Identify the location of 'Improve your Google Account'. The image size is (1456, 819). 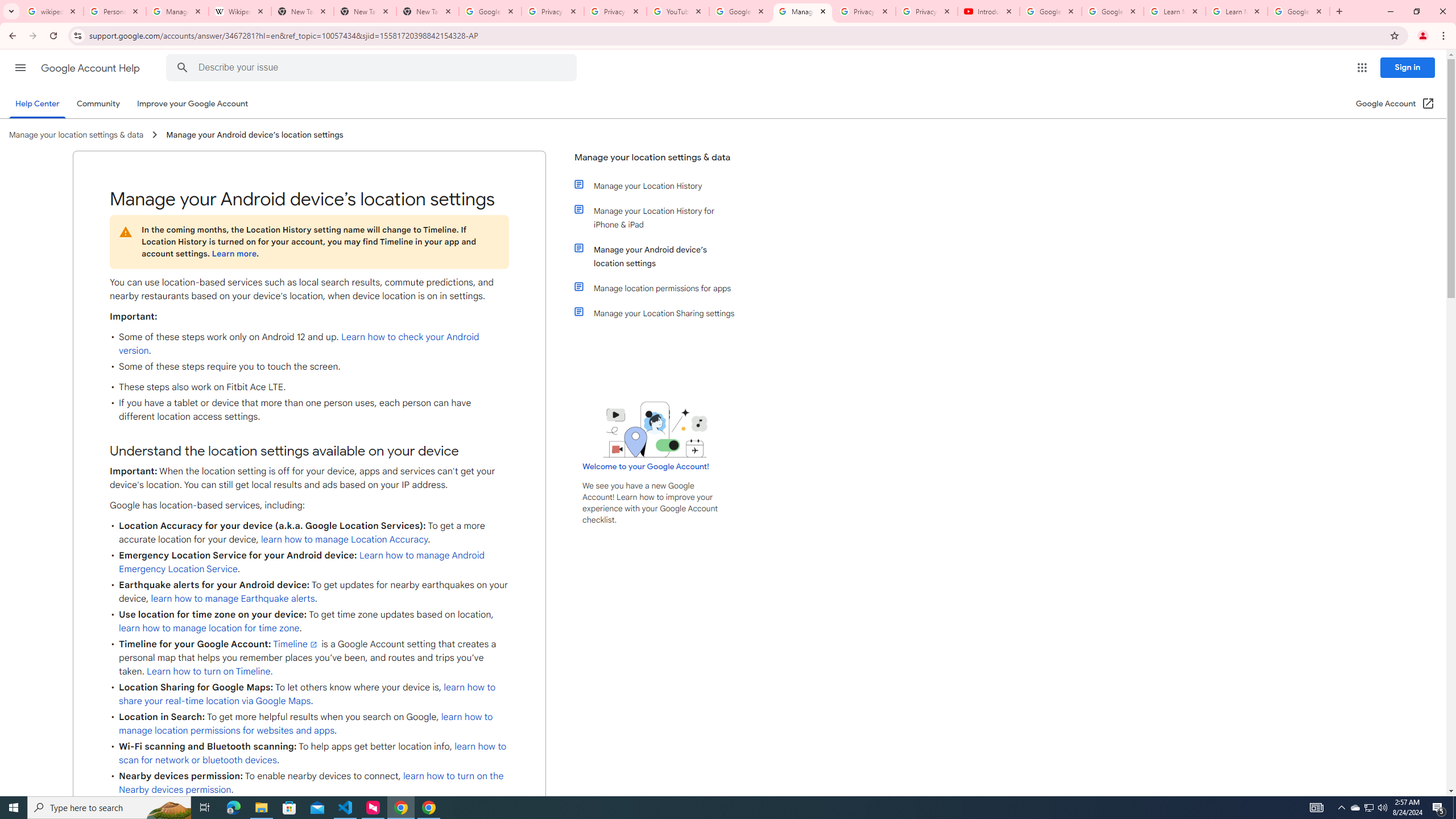
(192, 103).